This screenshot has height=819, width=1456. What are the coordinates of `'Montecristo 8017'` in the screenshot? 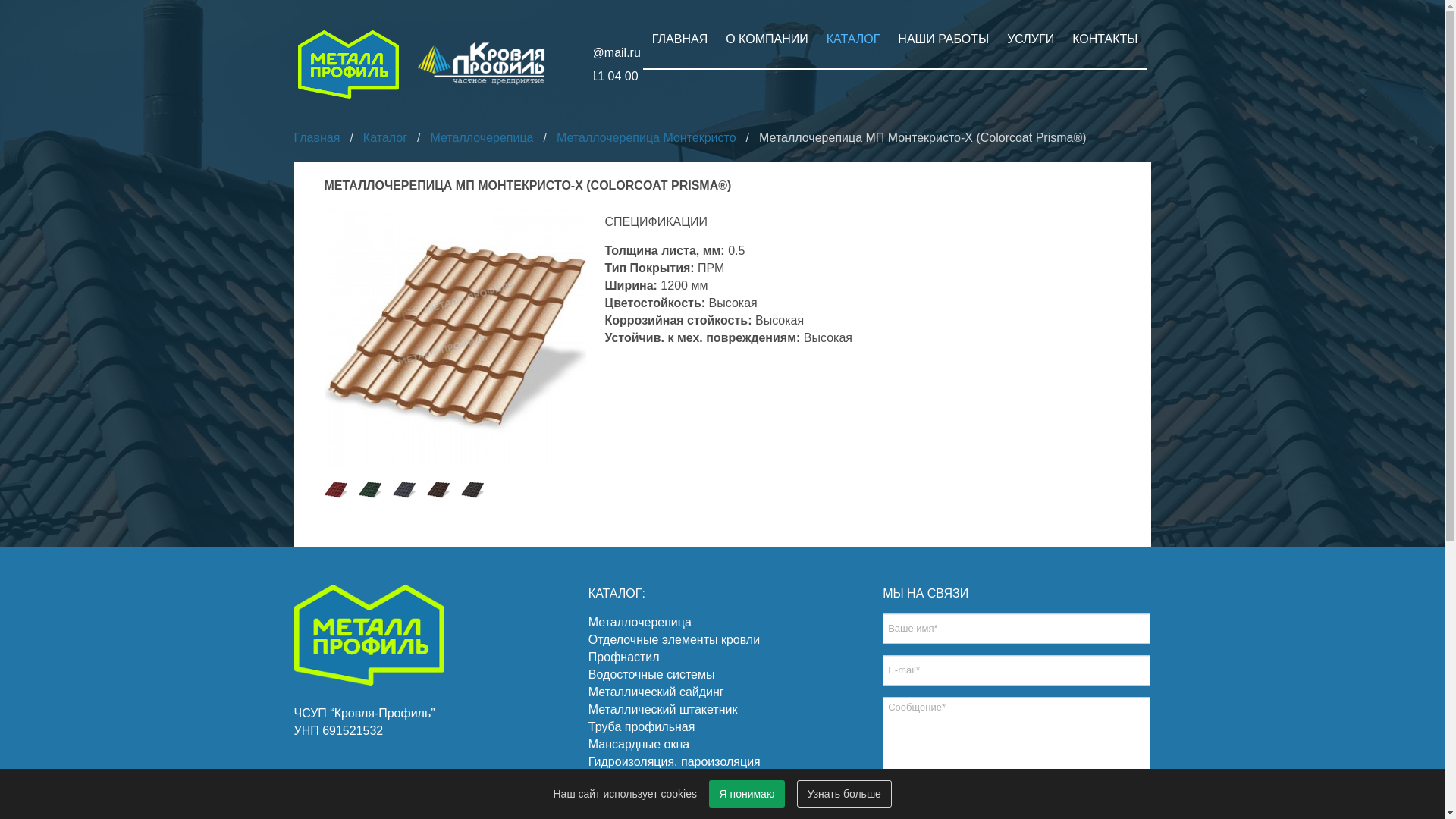 It's located at (425, 489).